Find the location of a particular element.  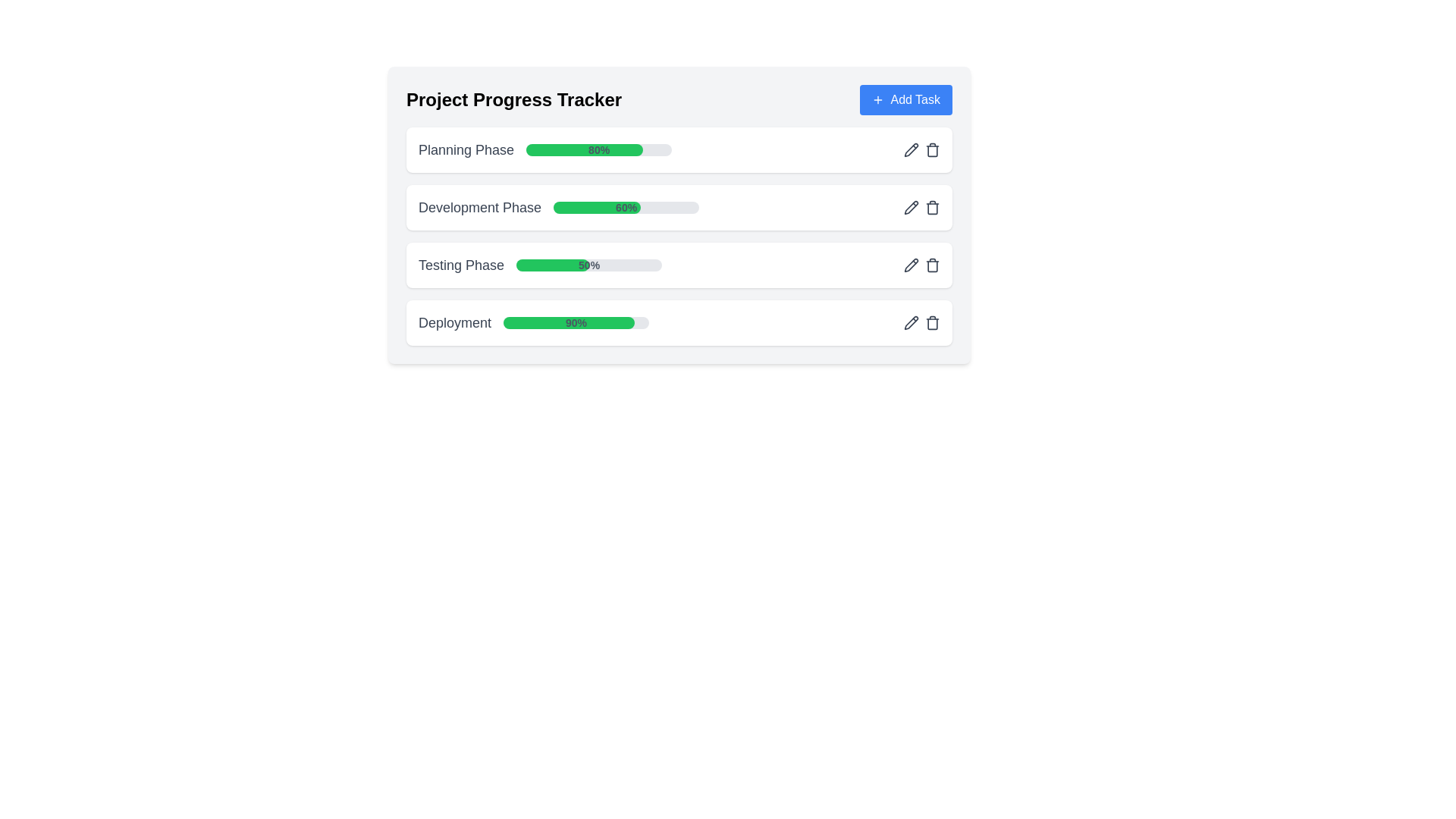

the remove task button, which is the second icon on the far right of the task row in the list is located at coordinates (931, 149).